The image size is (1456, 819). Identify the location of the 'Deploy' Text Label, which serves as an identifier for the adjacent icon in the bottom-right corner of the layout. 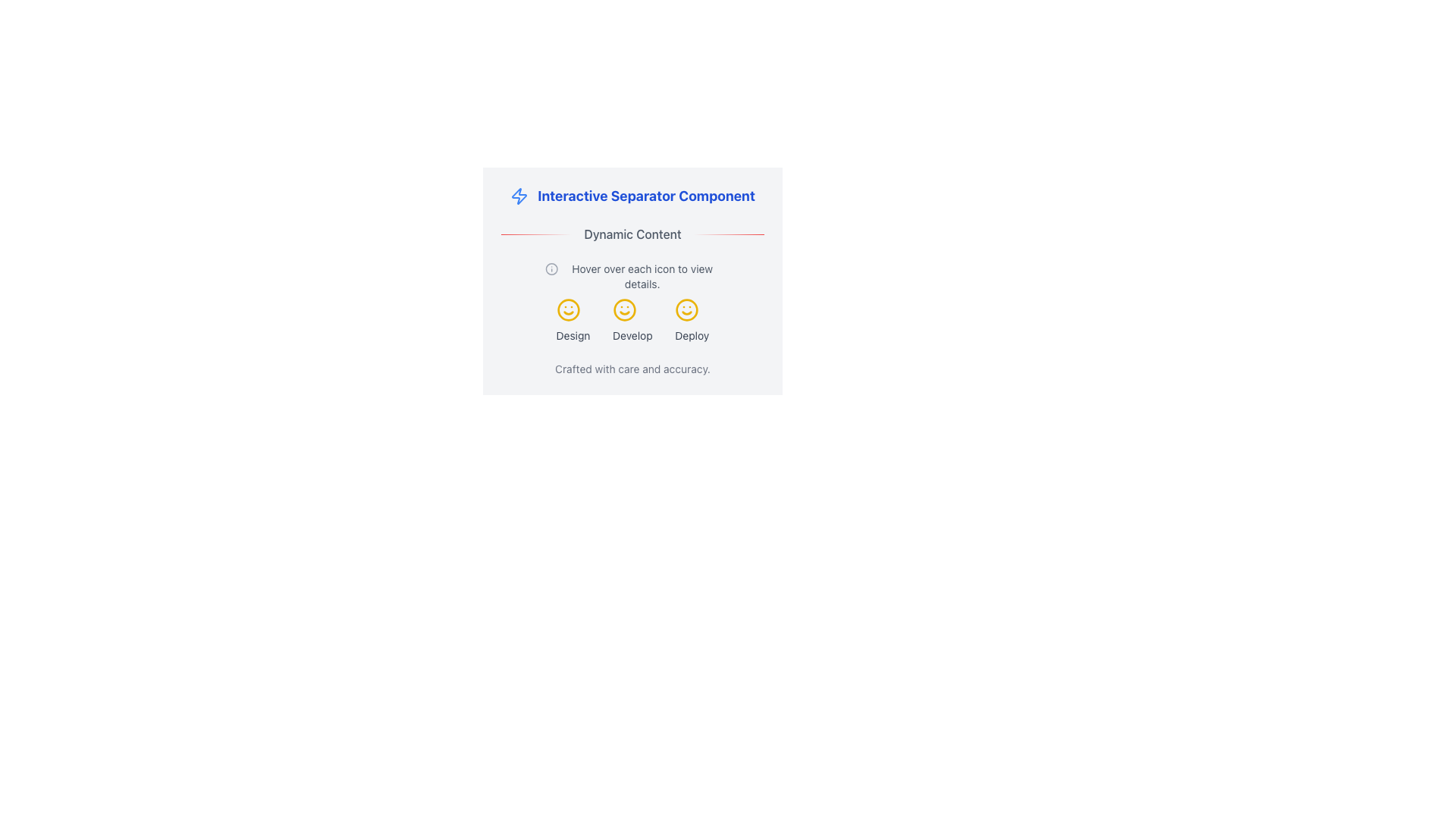
(691, 335).